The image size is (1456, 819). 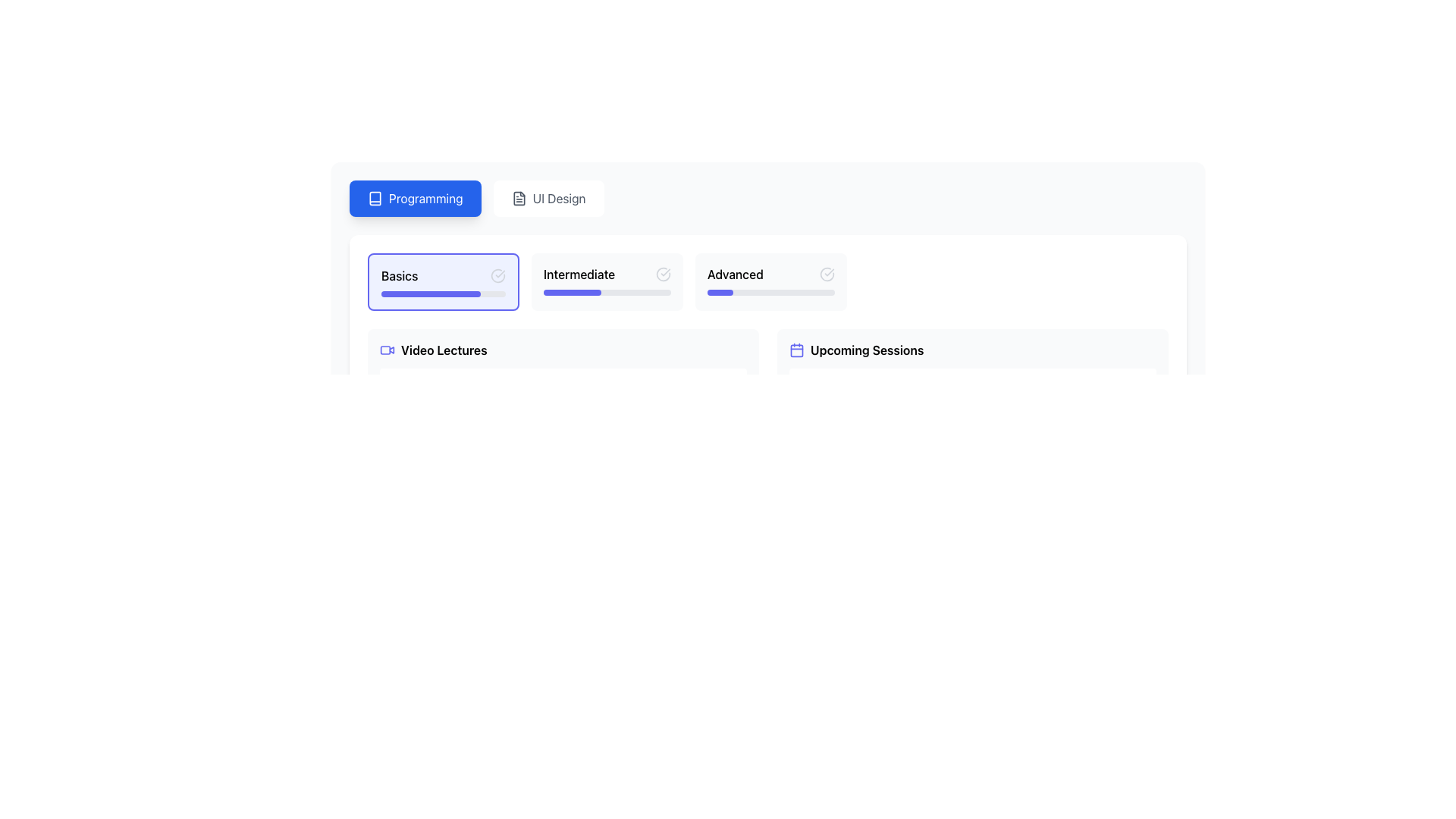 I want to click on the open book icon located at the leftmost part of the Programming tab button, which is in the top-left corner of the interface, so click(x=375, y=198).